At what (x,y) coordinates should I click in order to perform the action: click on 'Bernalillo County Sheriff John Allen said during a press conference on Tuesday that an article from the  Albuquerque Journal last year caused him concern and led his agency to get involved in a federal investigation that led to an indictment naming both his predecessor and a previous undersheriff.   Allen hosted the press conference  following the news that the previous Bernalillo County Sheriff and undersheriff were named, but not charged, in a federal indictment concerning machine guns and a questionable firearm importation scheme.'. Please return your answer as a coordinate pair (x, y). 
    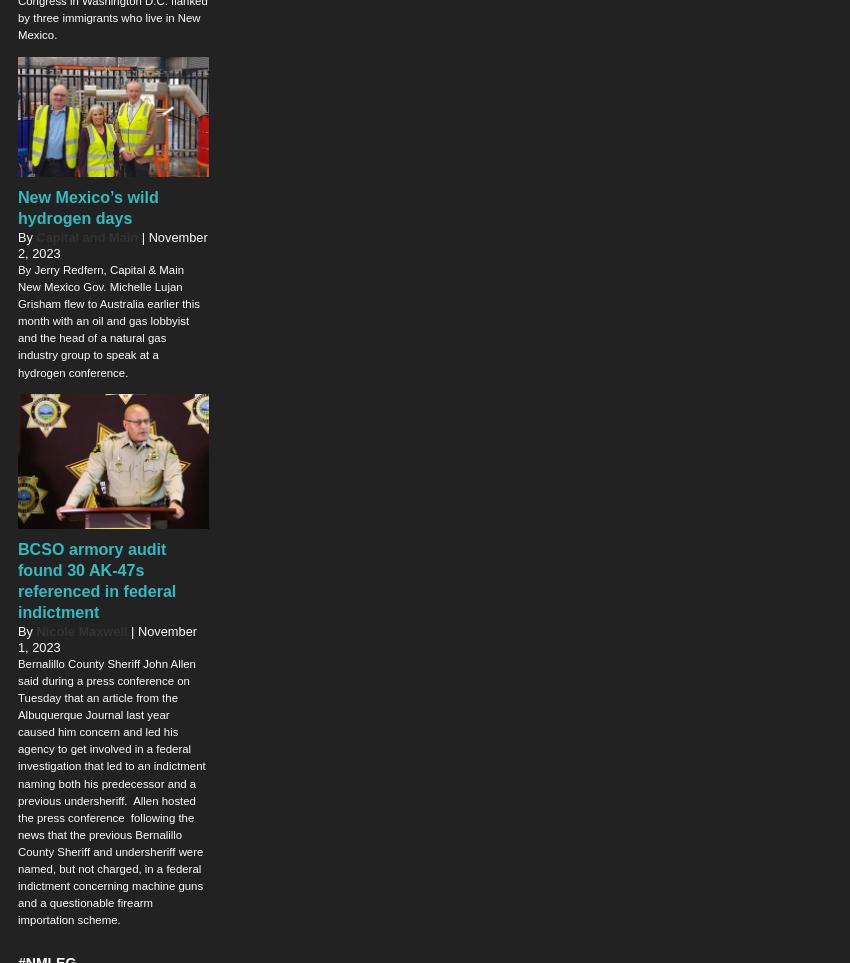
    Looking at the image, I should click on (110, 790).